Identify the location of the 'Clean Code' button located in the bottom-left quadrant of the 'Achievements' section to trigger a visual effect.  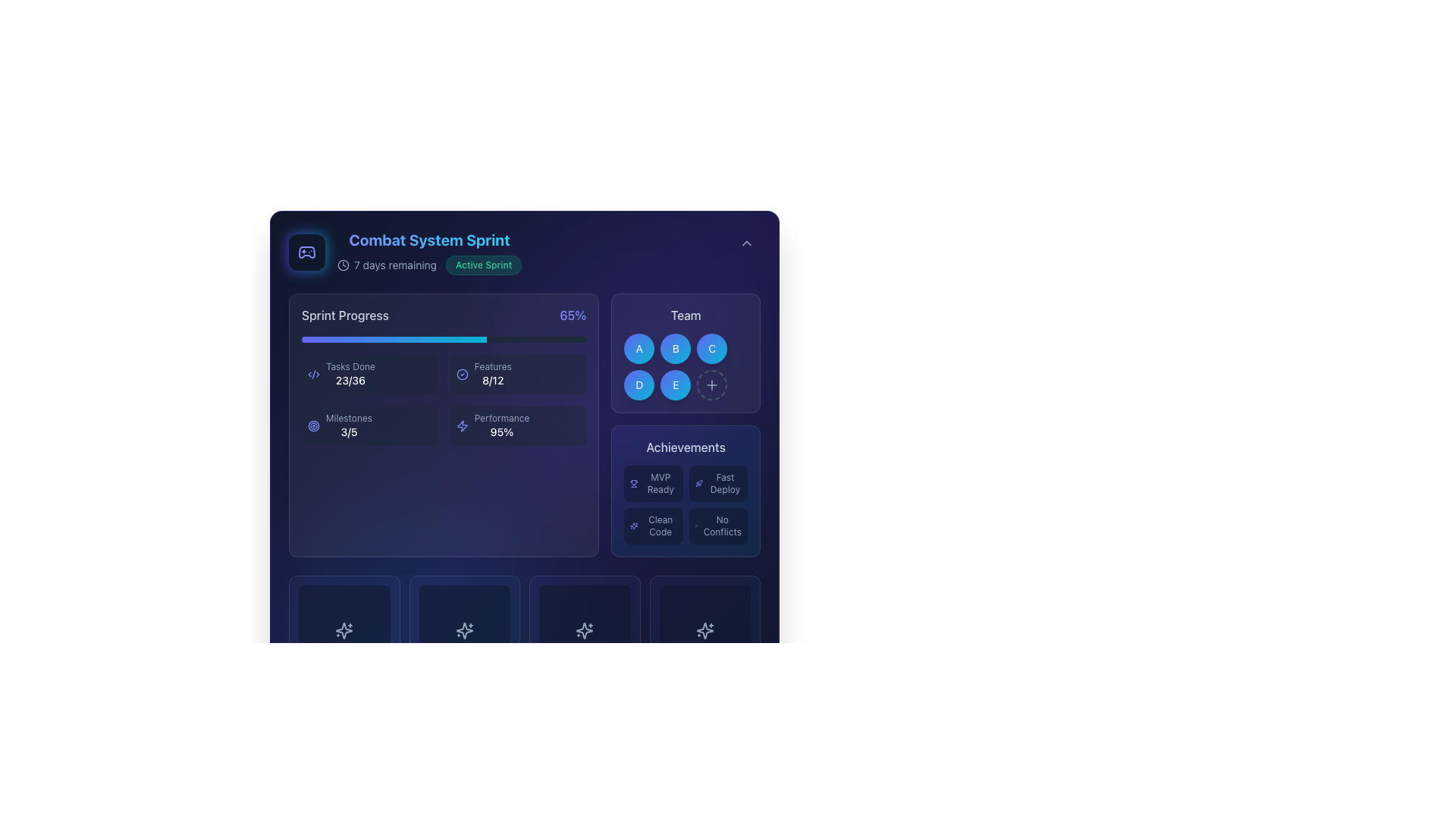
(654, 526).